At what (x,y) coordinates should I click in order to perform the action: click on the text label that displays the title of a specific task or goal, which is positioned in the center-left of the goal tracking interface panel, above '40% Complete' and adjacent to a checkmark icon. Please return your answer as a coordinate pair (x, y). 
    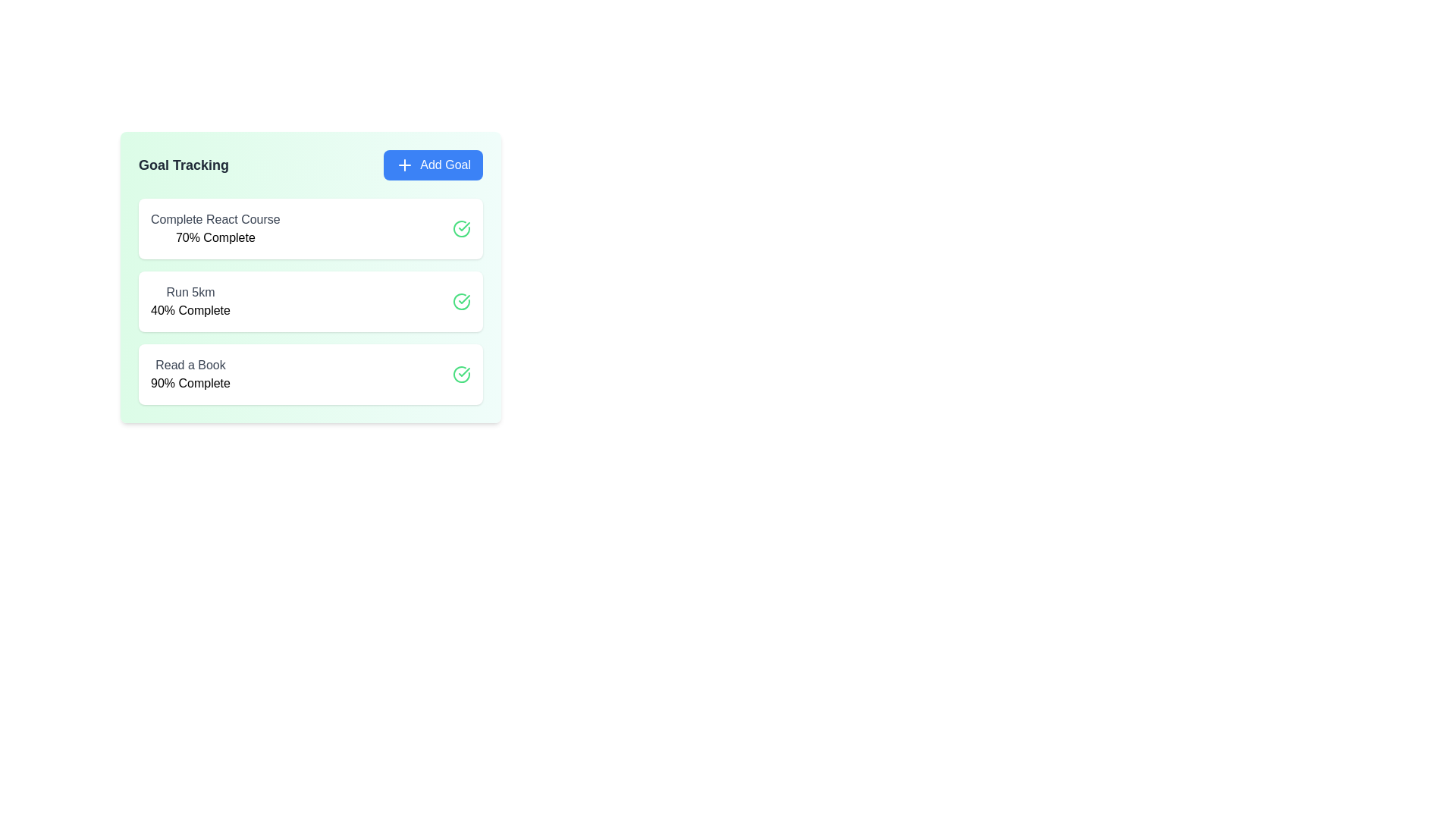
    Looking at the image, I should click on (190, 292).